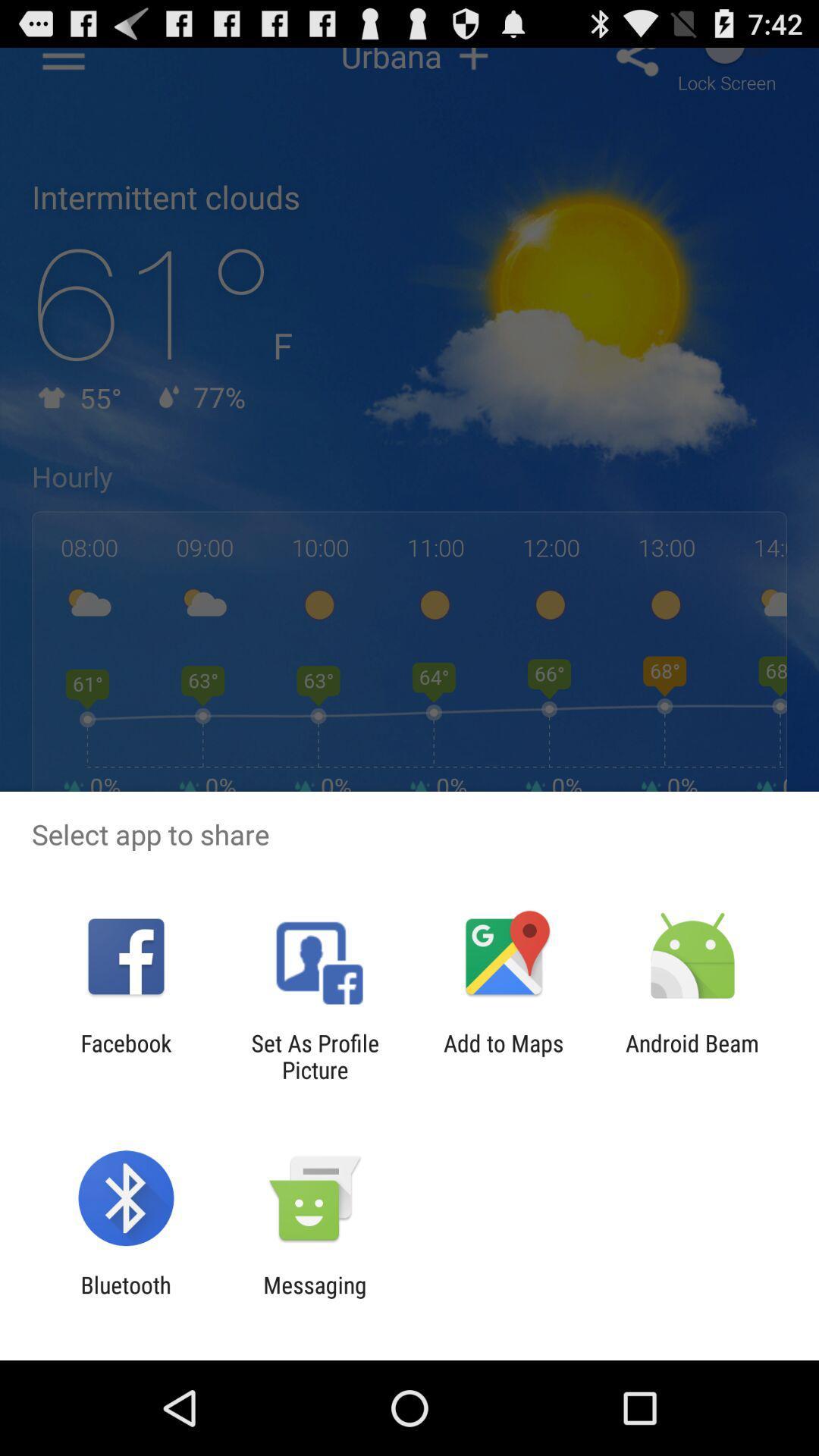 The image size is (819, 1456). Describe the element at coordinates (125, 1056) in the screenshot. I see `the facebook` at that location.